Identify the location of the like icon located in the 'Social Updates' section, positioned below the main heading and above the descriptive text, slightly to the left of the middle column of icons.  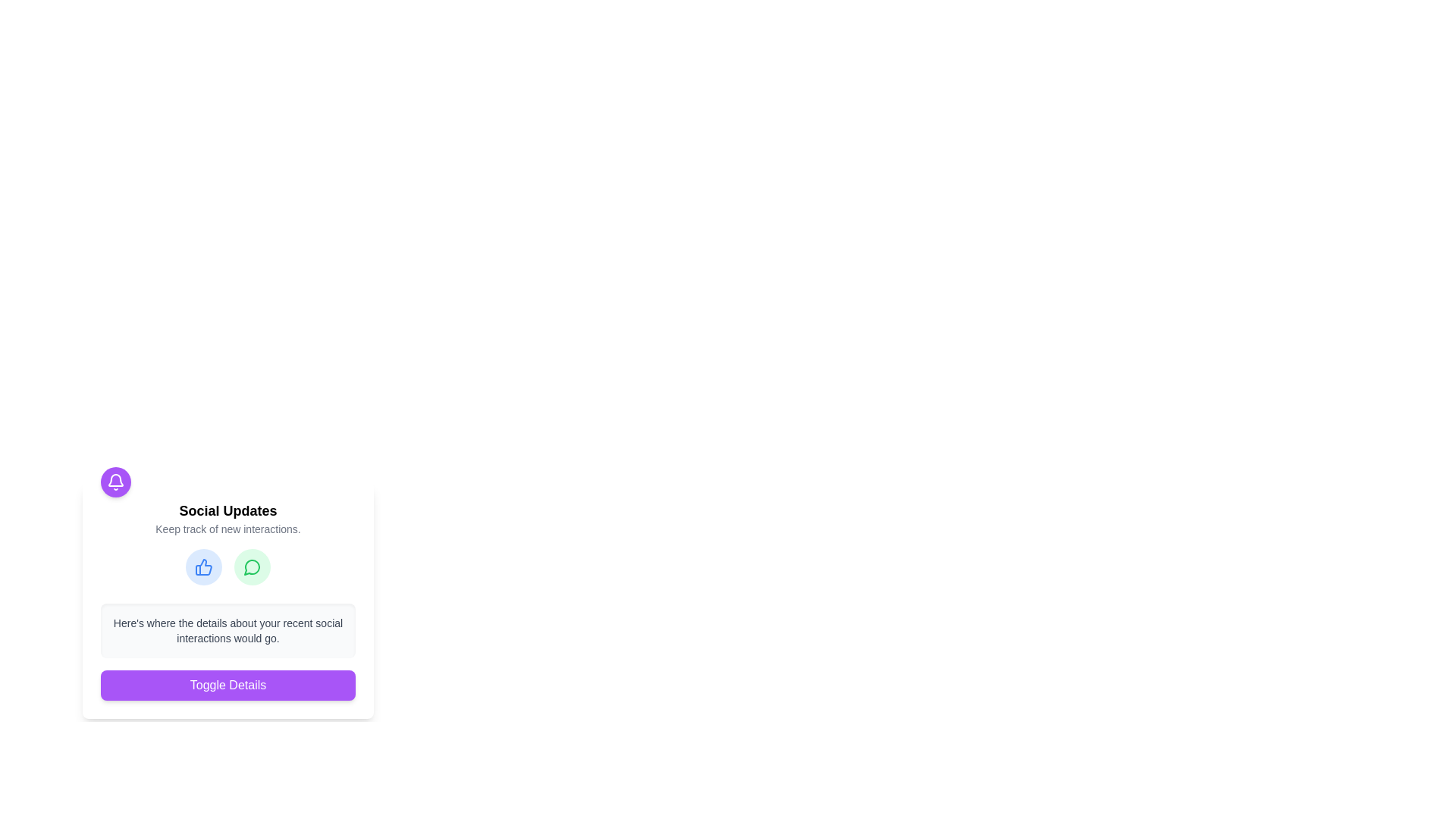
(202, 567).